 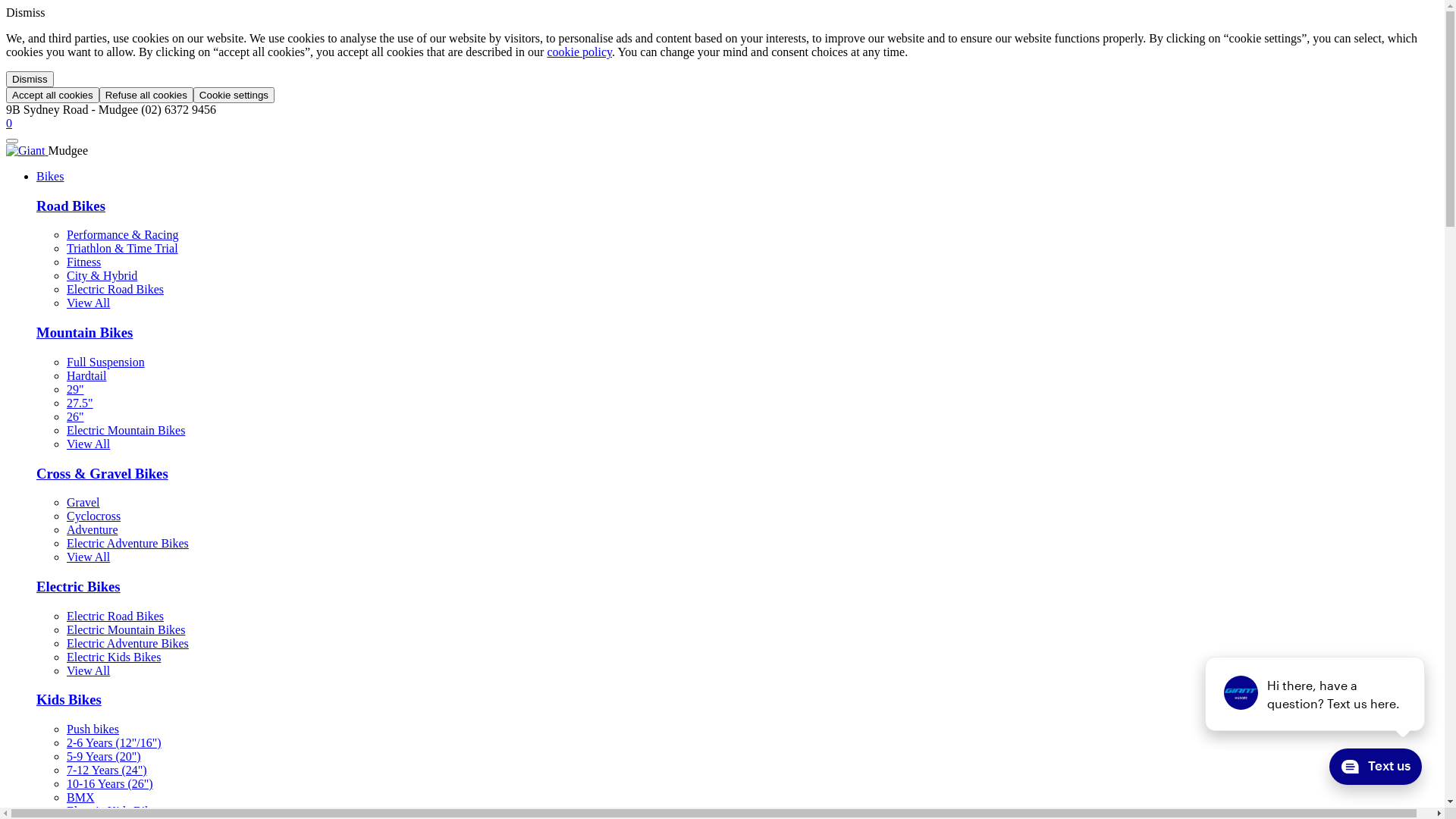 I want to click on 'Fitness', so click(x=65, y=261).